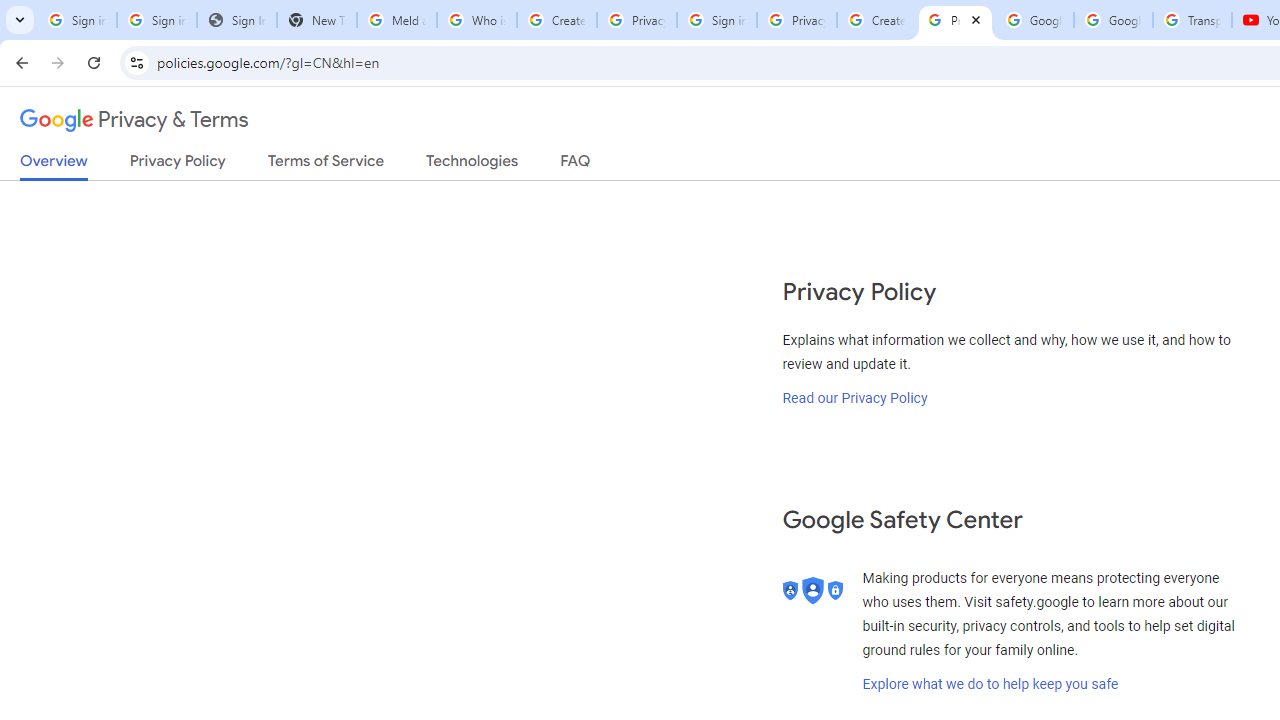 The image size is (1280, 720). I want to click on 'Create your Google Account', so click(876, 20).